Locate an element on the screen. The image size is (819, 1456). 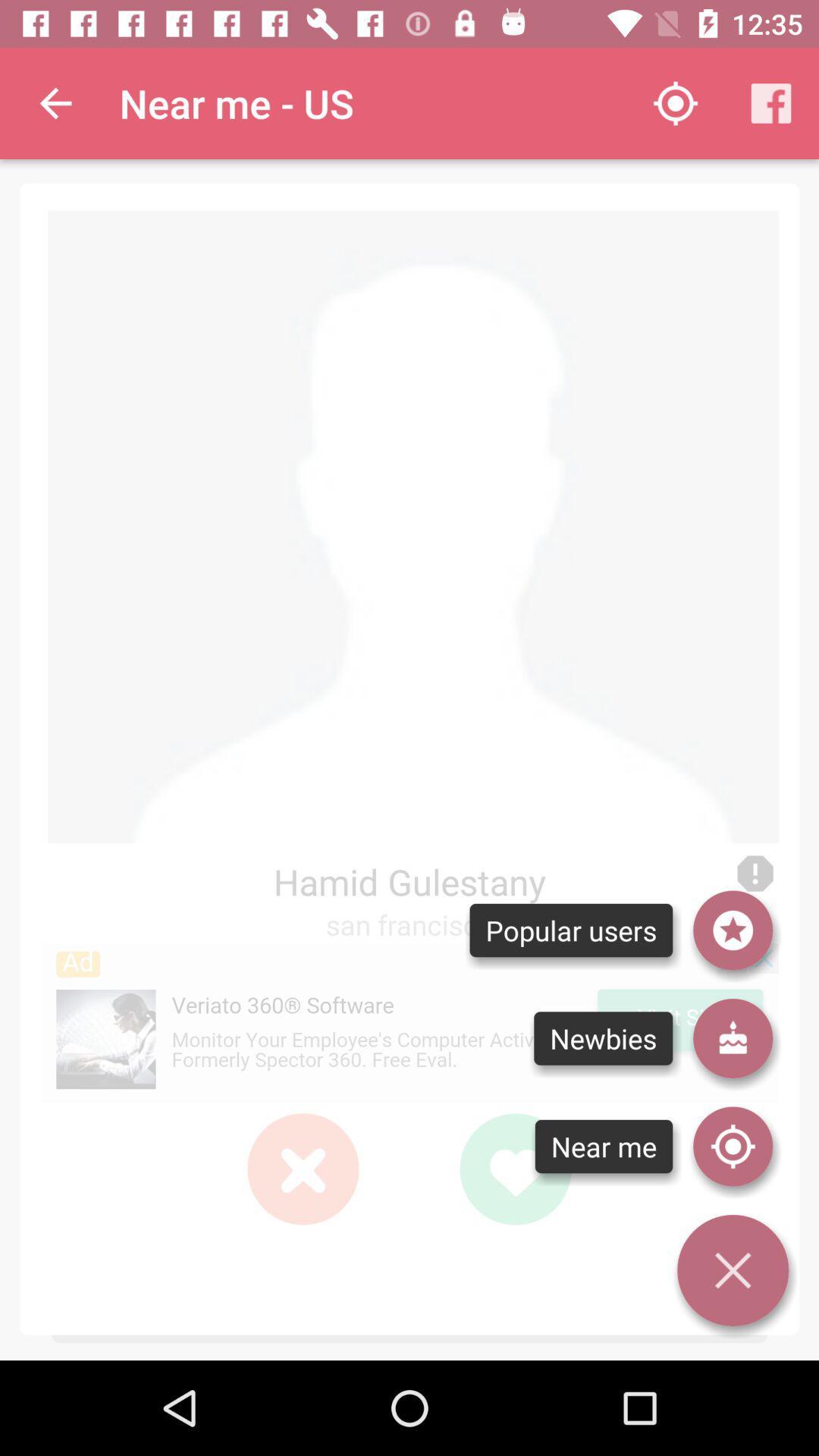
the gift icon is located at coordinates (732, 1037).